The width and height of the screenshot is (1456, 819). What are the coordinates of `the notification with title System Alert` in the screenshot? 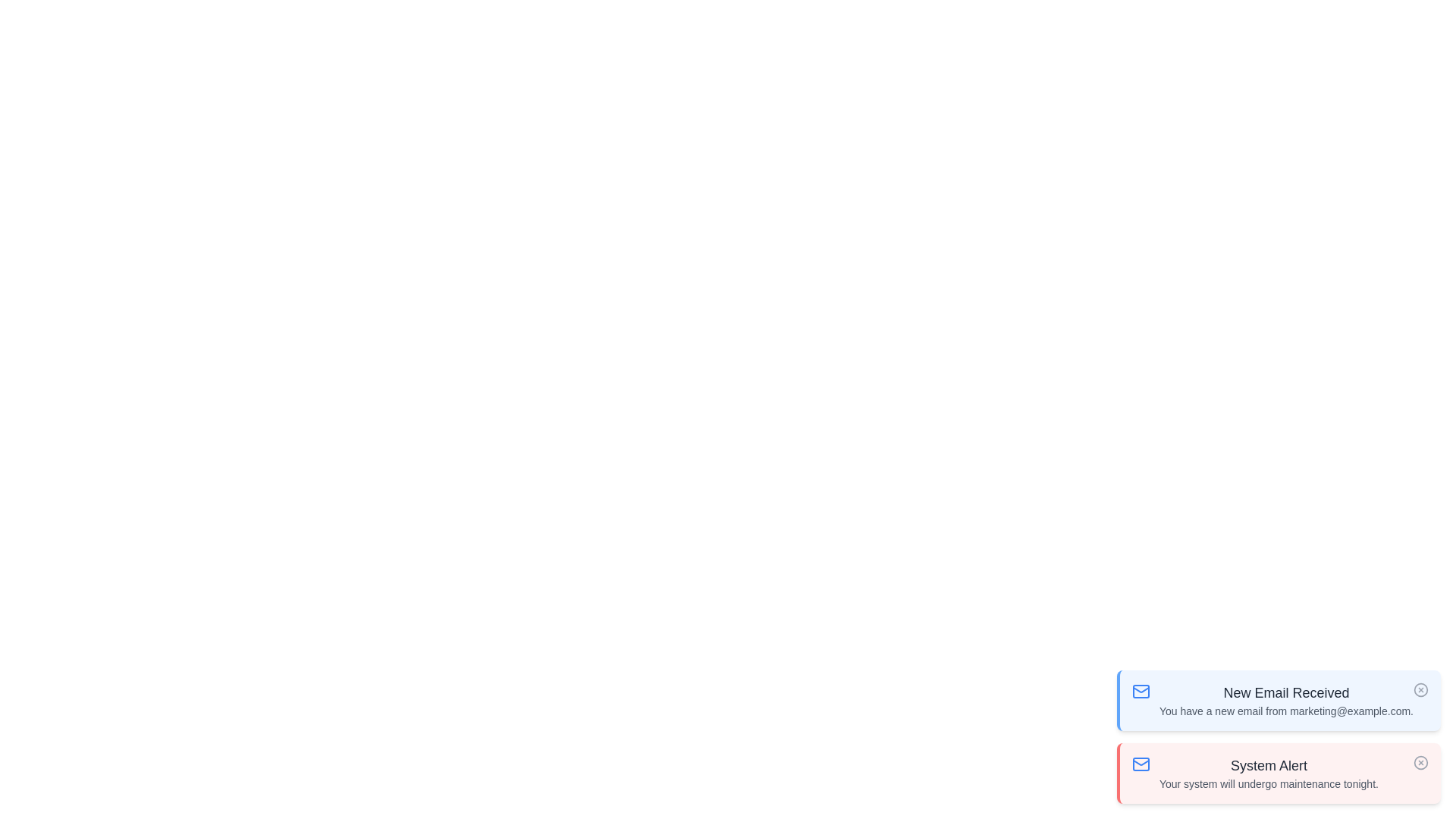 It's located at (1278, 773).